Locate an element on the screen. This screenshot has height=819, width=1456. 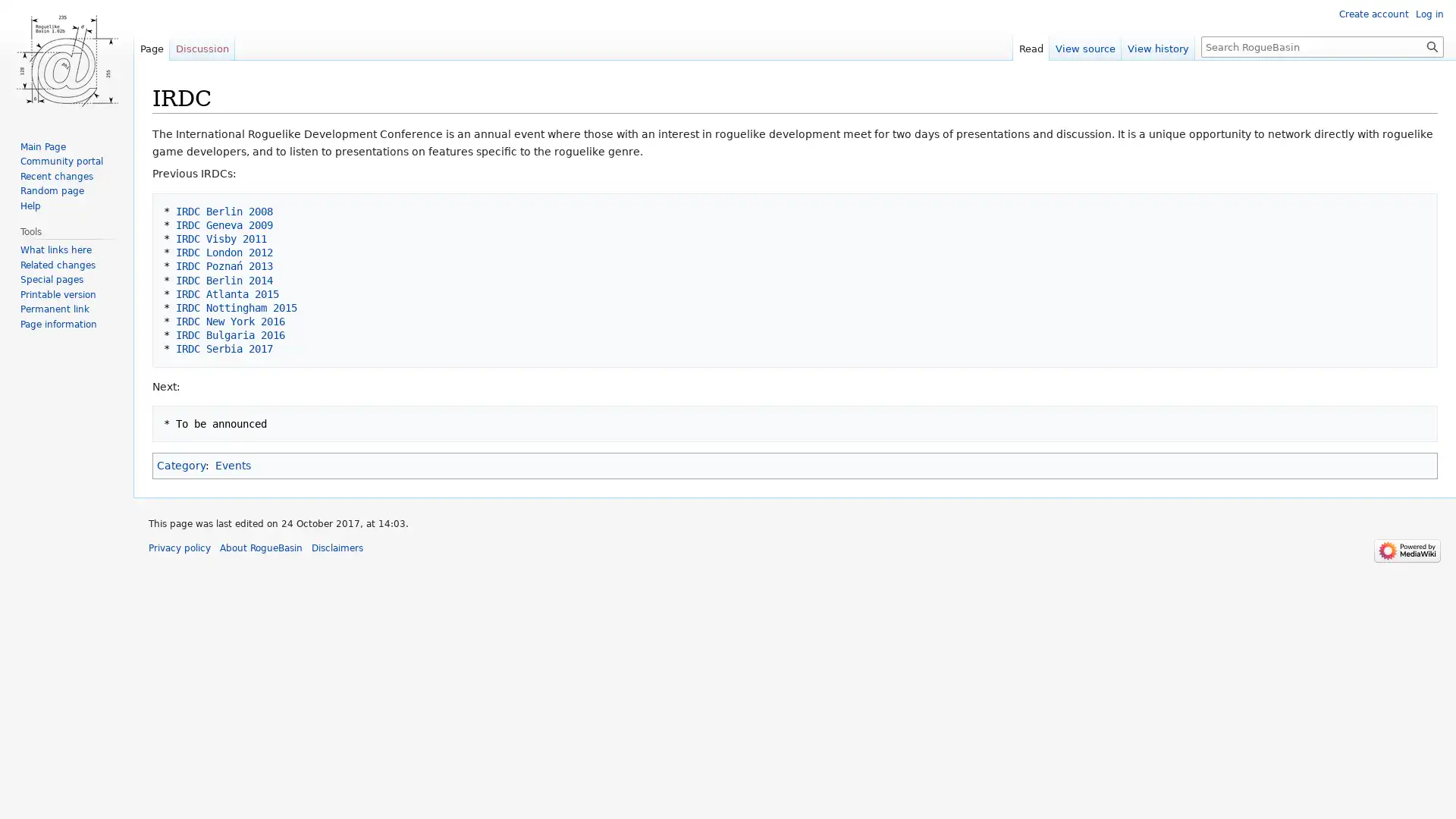
Search is located at coordinates (1432, 45).